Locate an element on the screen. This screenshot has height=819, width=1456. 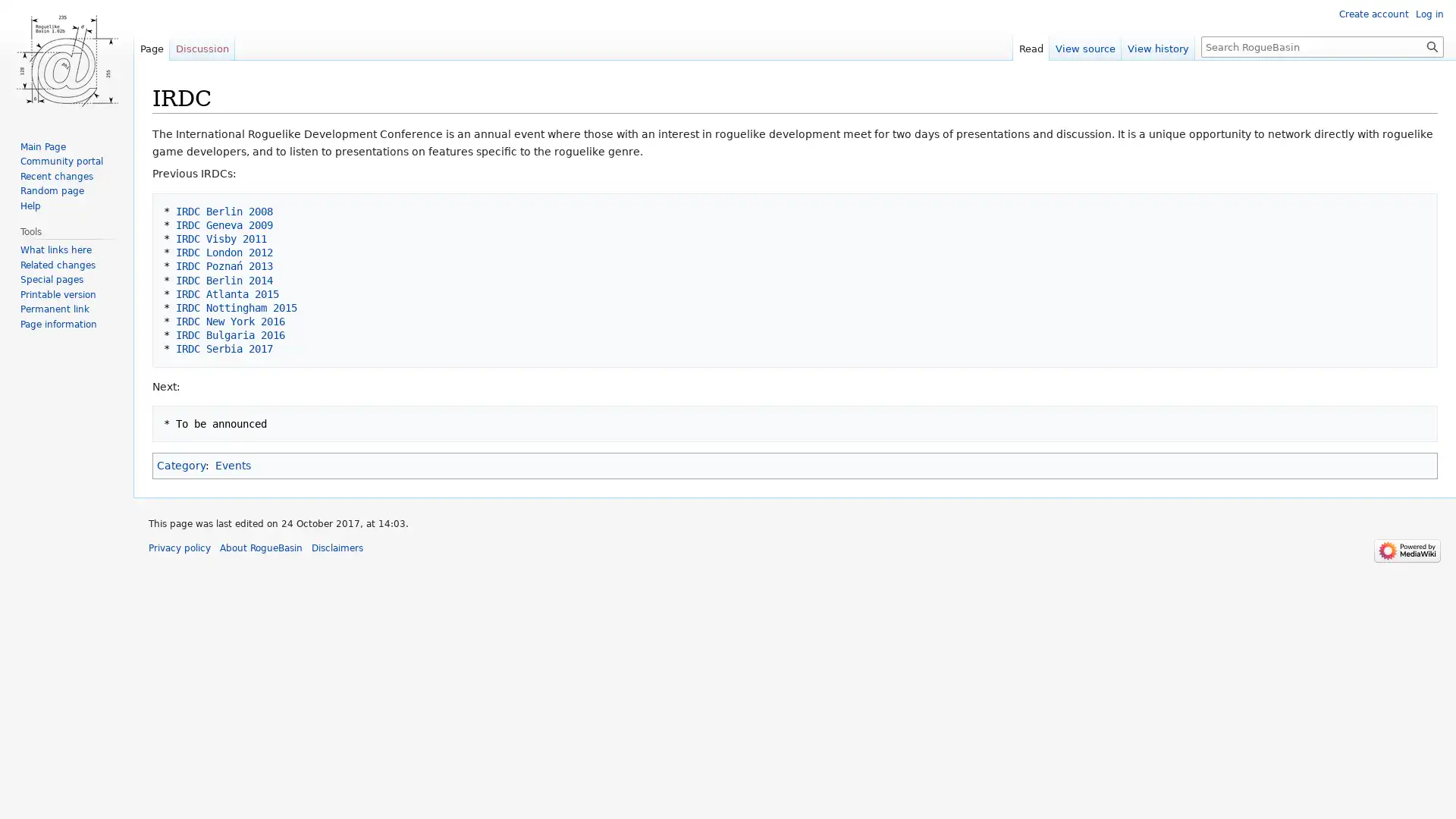
Search is located at coordinates (1432, 45).